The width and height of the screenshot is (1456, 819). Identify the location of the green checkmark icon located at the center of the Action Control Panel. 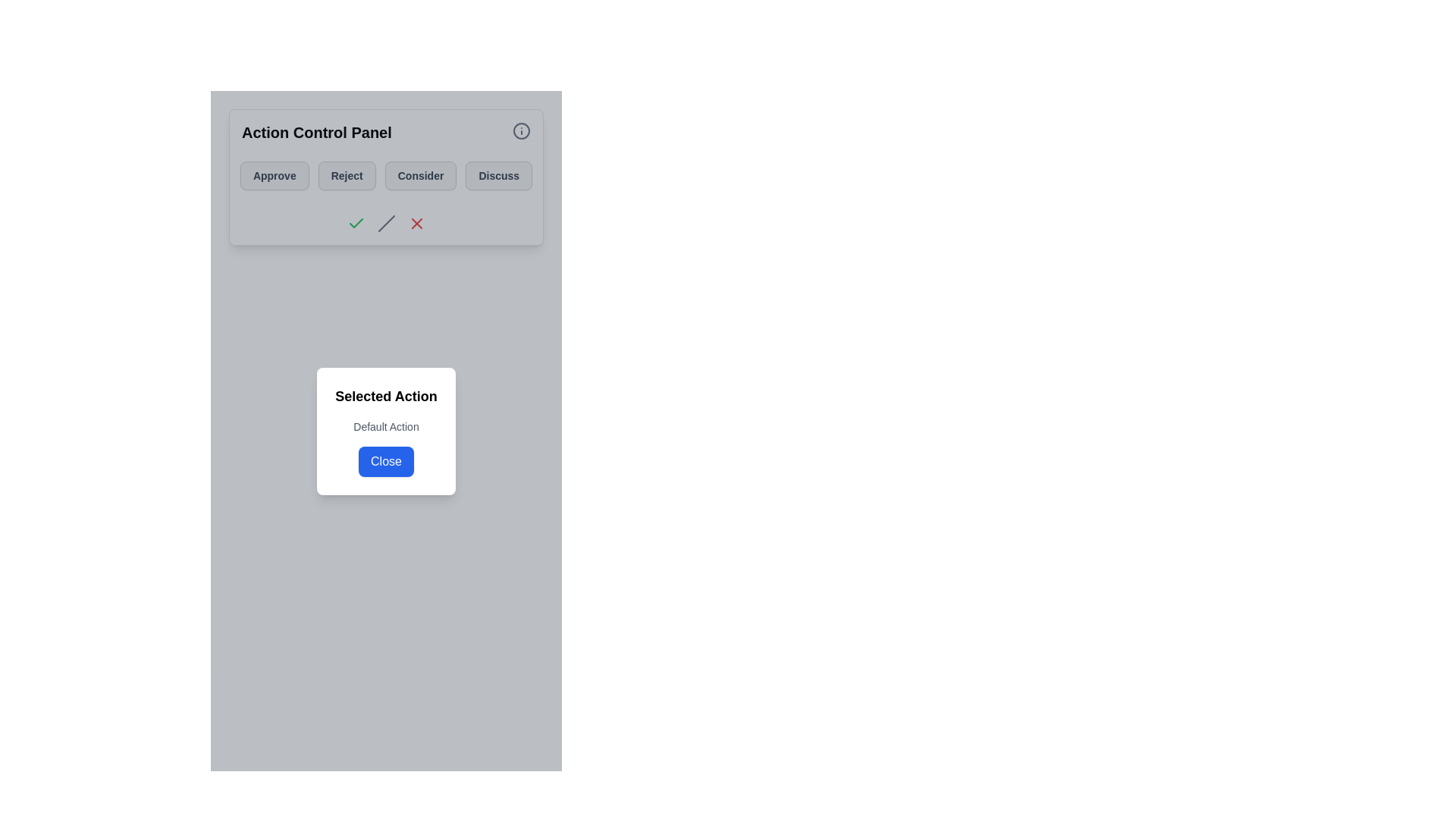
(355, 223).